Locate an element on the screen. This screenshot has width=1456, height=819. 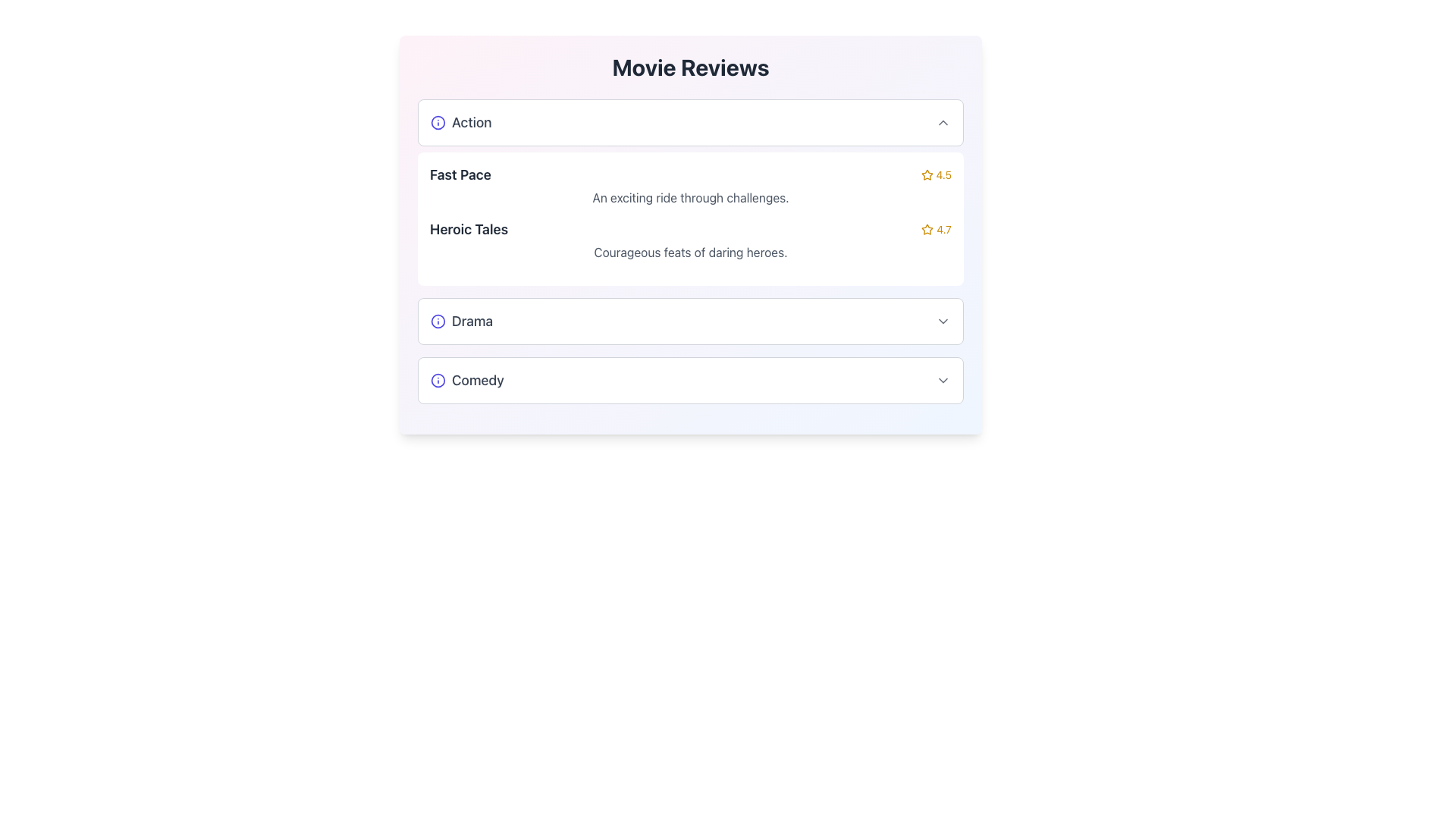
the blue circular icon with a stroked outline located next to the text 'Drama' in the 'Drama' section is located at coordinates (437, 321).